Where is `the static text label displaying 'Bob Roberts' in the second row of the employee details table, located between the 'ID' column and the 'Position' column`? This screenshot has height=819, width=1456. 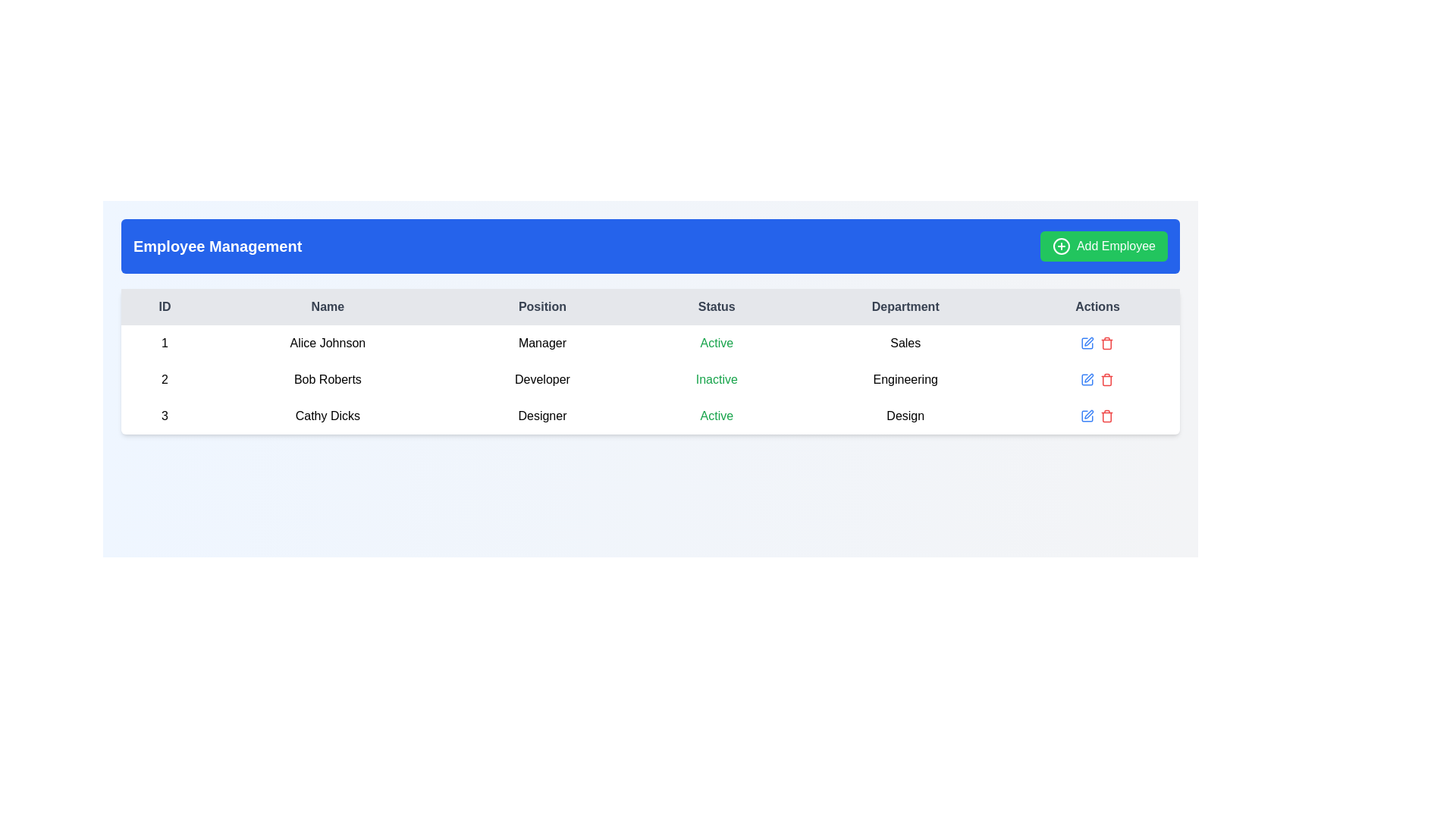 the static text label displaying 'Bob Roberts' in the second row of the employee details table, located between the 'ID' column and the 'Position' column is located at coordinates (327, 379).